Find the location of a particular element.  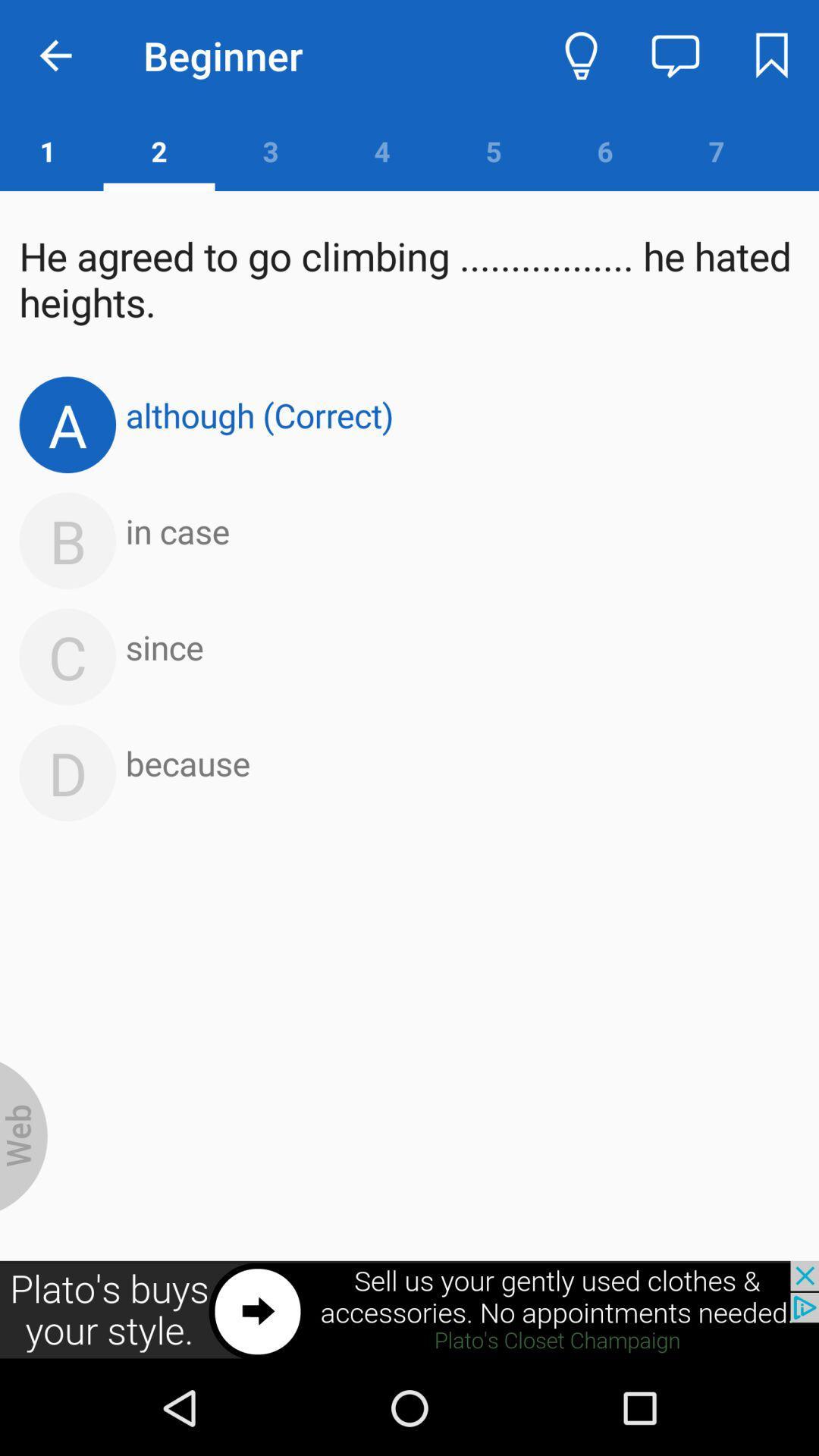

the number 5 which is beside 4 is located at coordinates (494, 151).